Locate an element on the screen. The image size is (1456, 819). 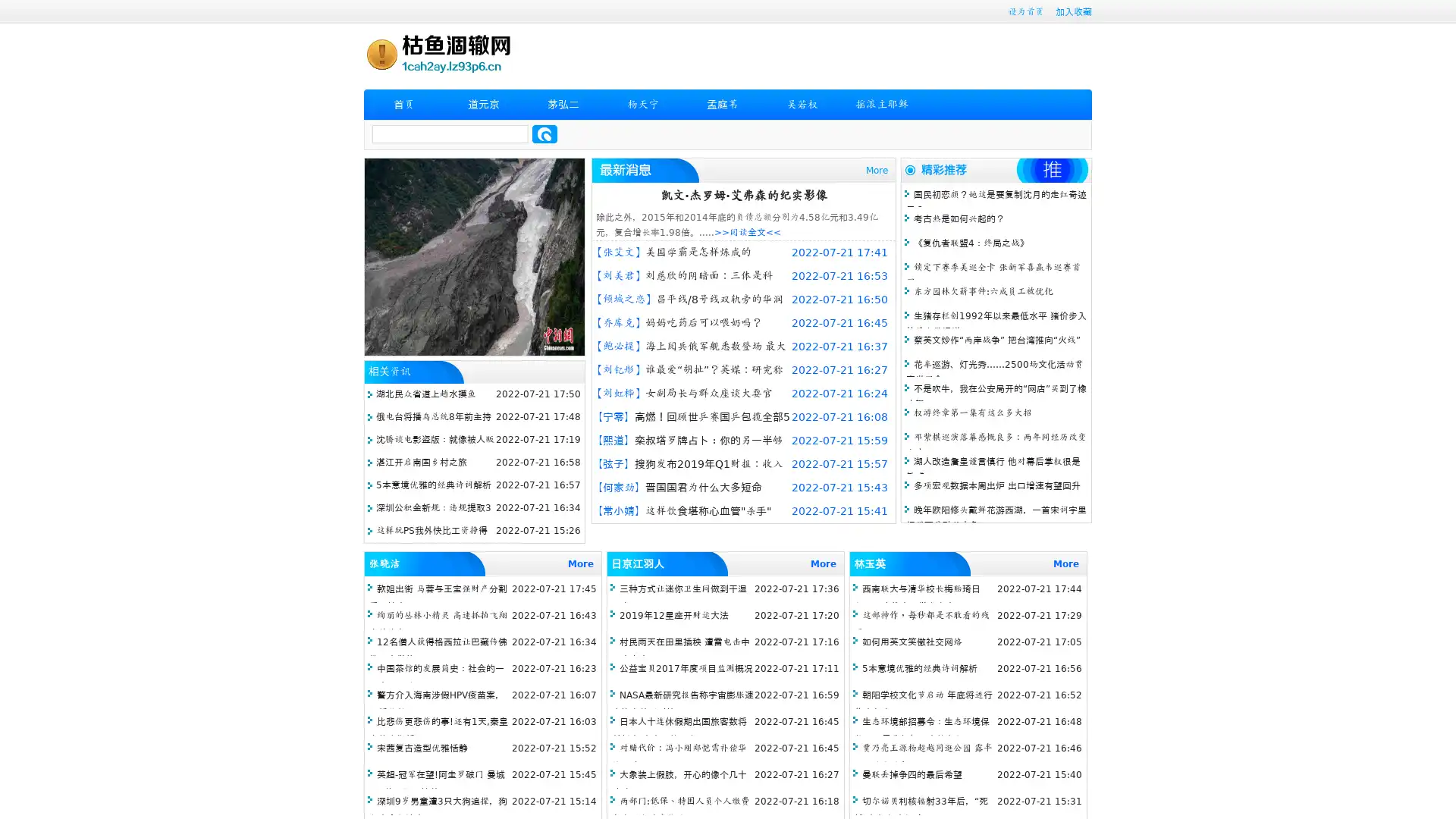
Search is located at coordinates (544, 133).